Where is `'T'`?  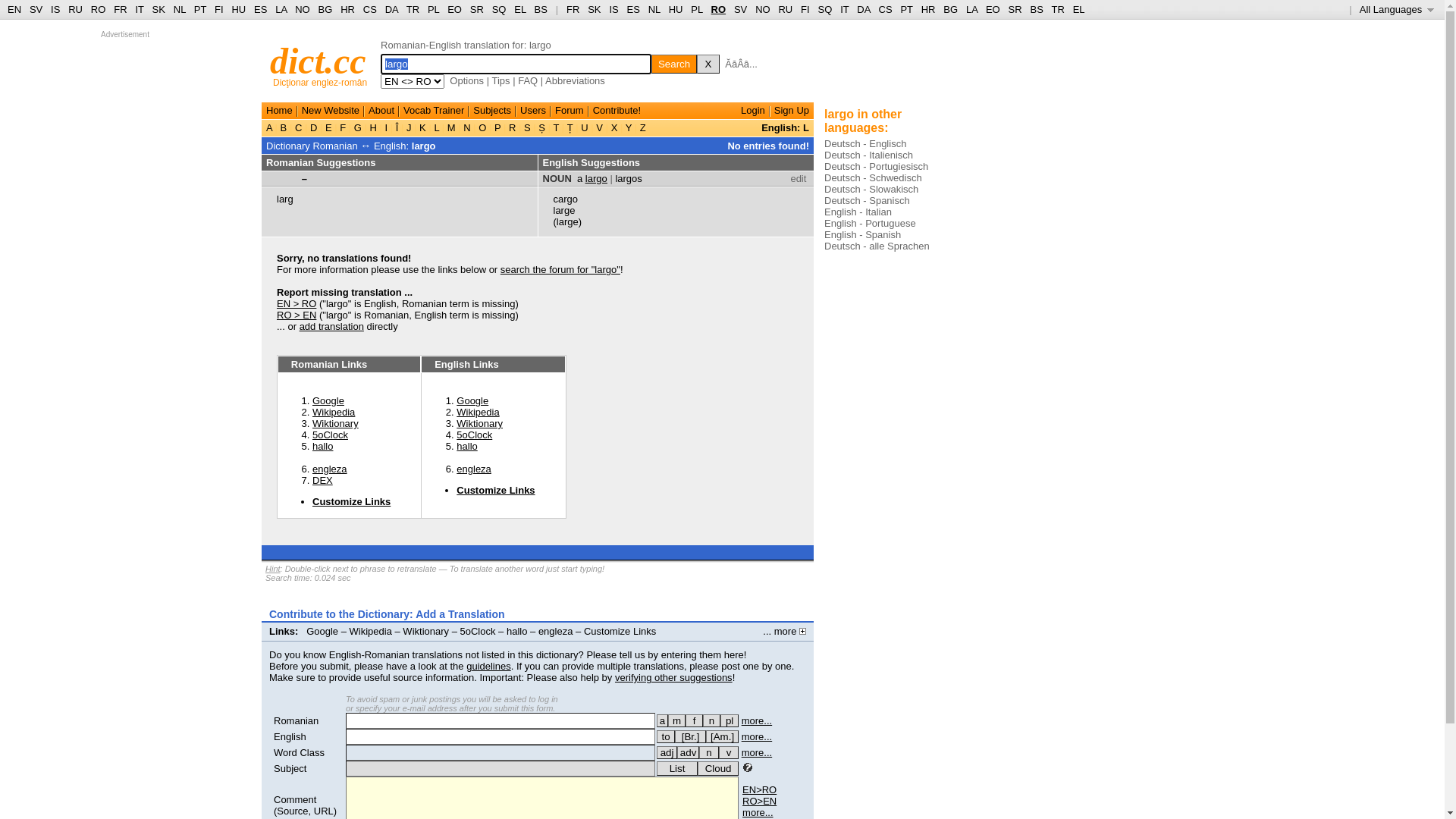
'T' is located at coordinates (549, 127).